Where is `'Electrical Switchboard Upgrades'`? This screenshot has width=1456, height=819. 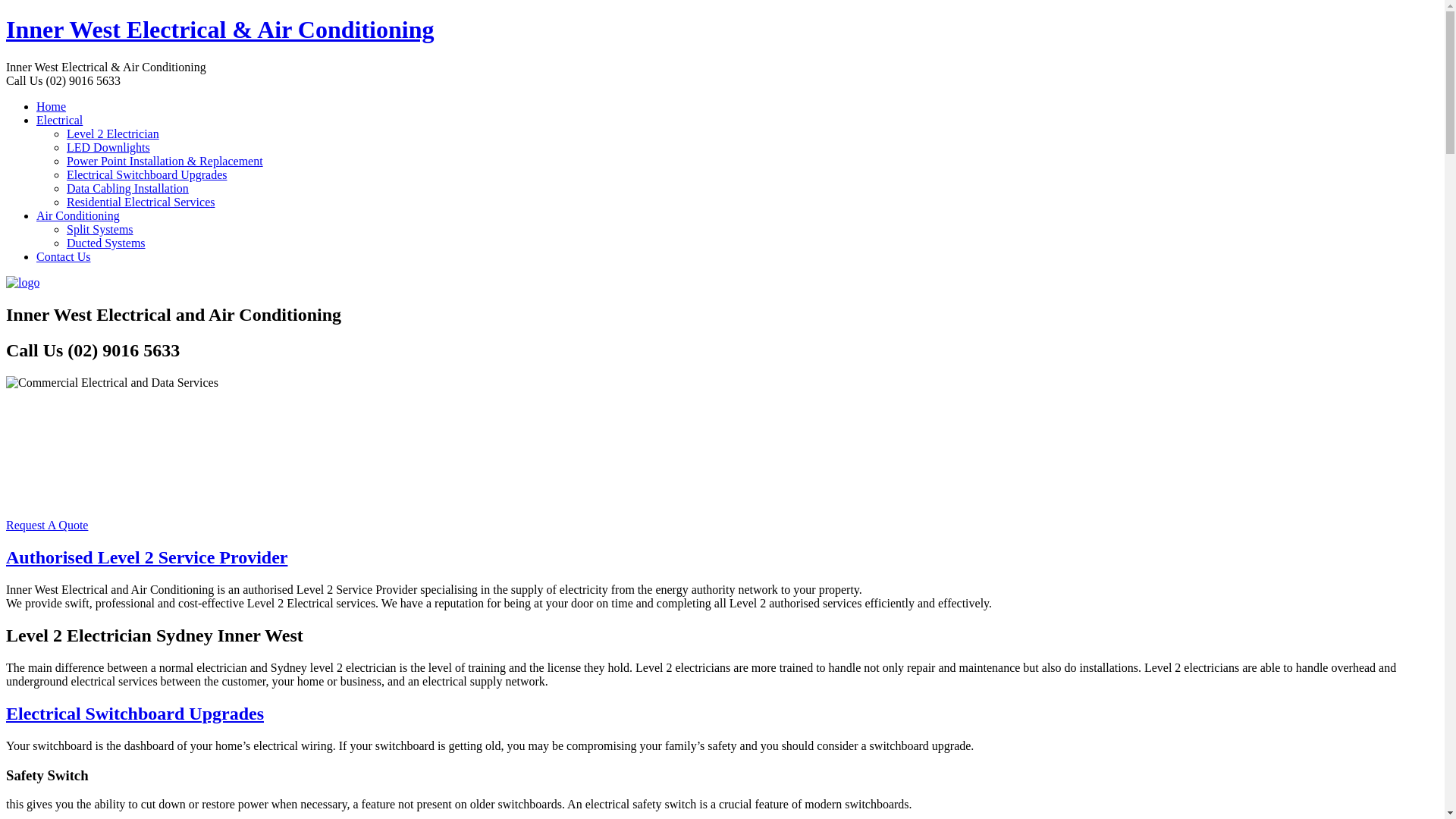
'Electrical Switchboard Upgrades' is located at coordinates (134, 714).